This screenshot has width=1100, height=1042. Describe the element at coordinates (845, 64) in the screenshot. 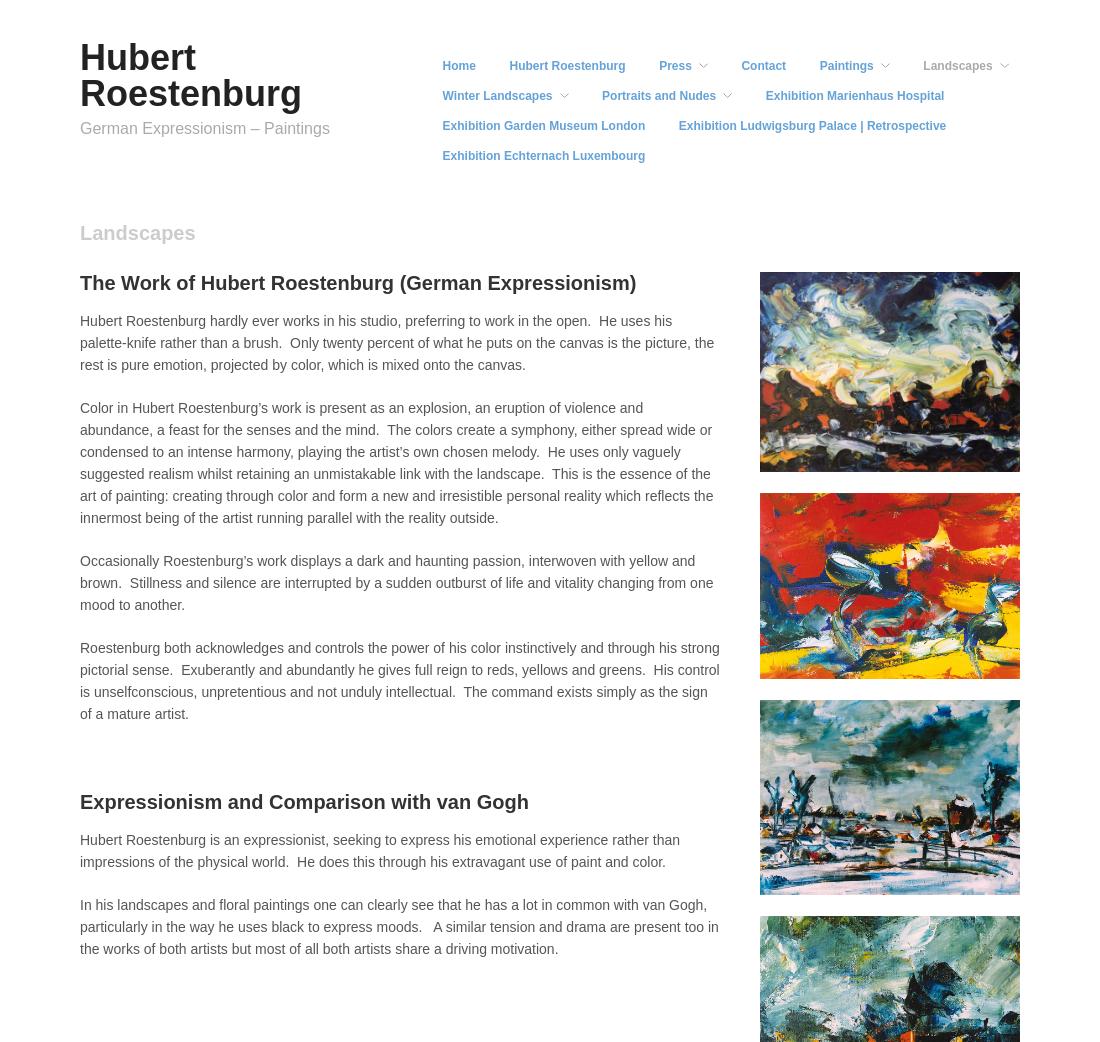

I see `'Paintings'` at that location.